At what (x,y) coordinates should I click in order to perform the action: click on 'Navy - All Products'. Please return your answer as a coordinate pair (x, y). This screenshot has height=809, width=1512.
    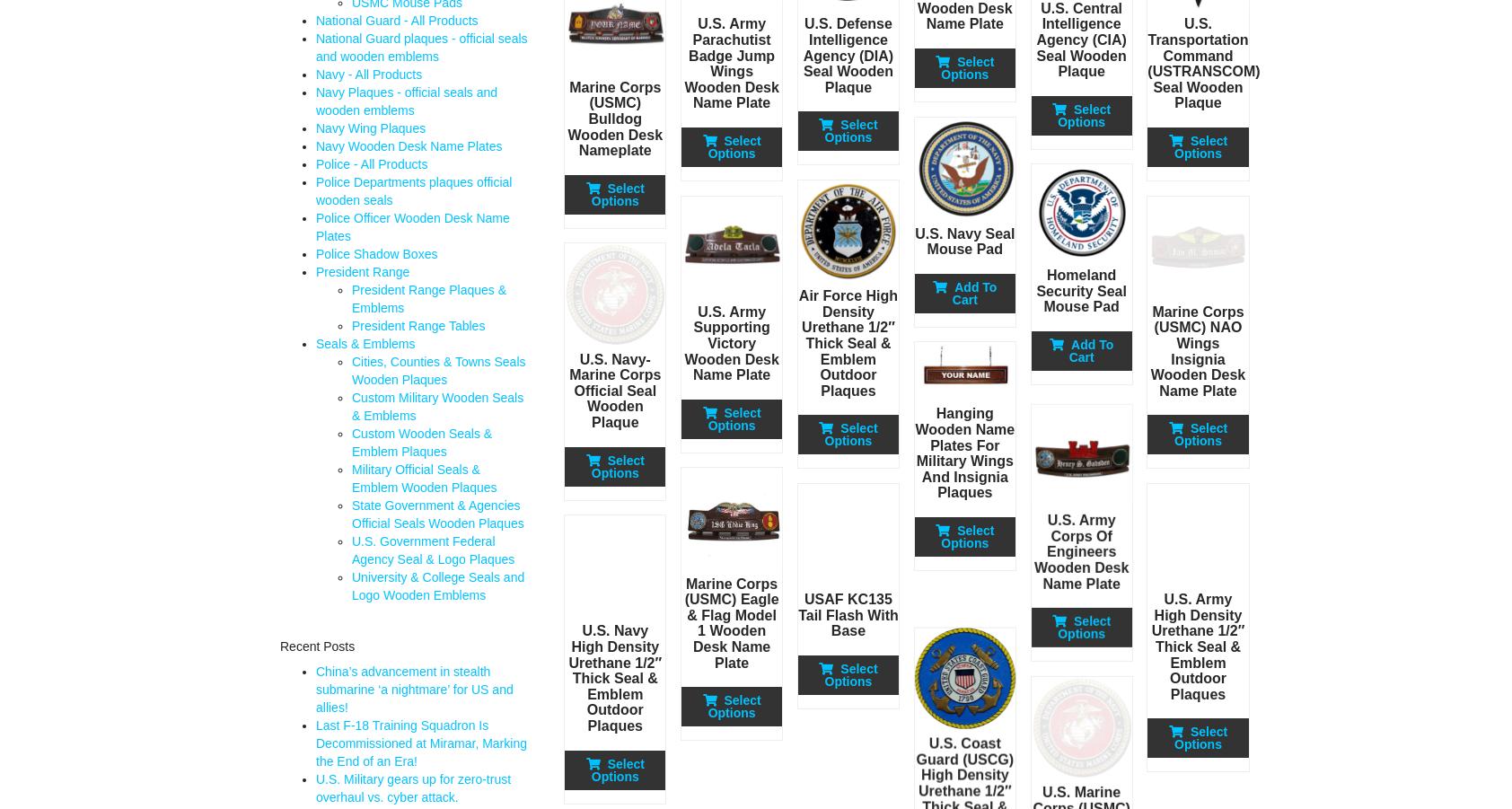
    Looking at the image, I should click on (369, 73).